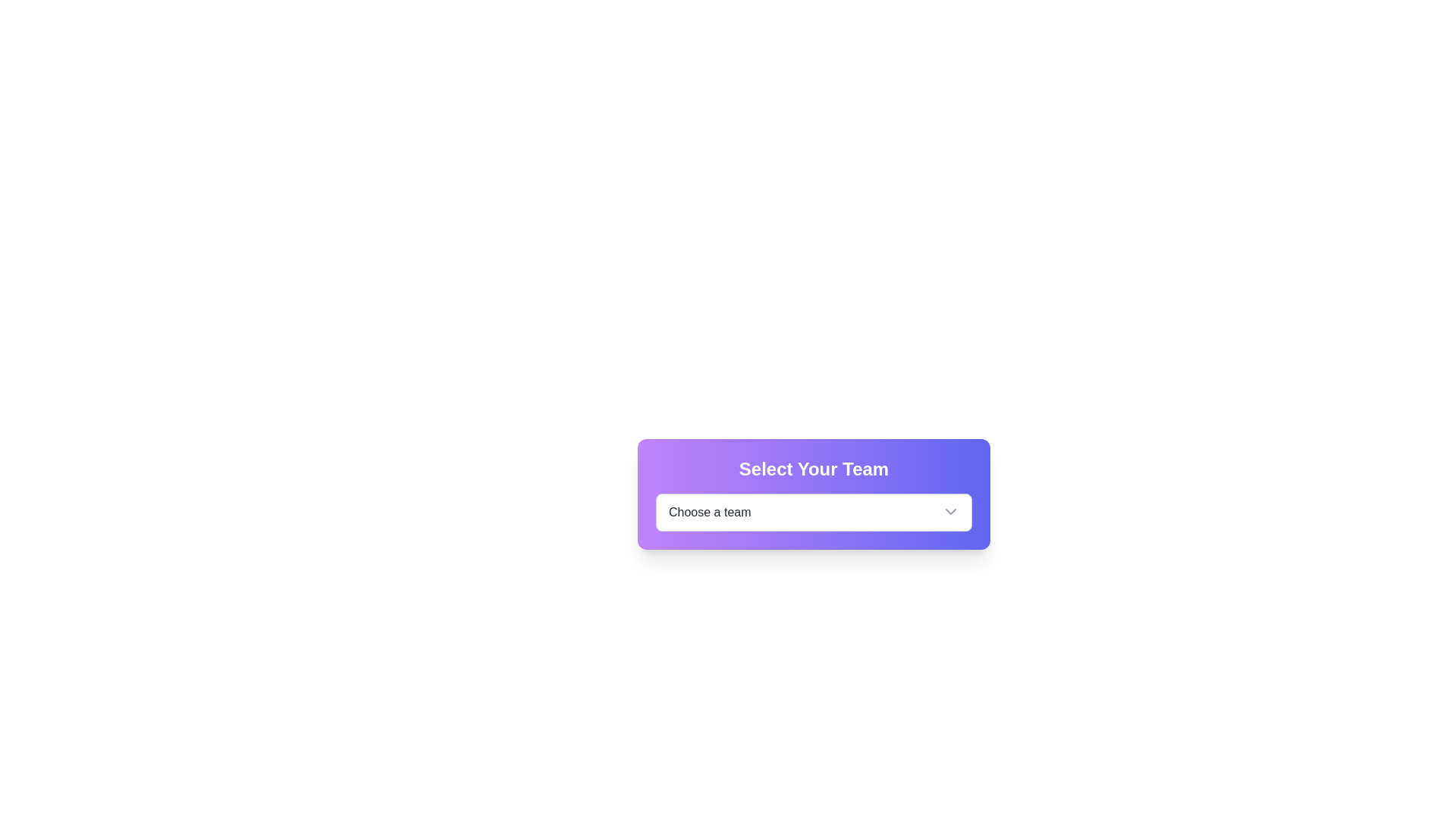 The width and height of the screenshot is (1456, 819). I want to click on the downward-facing chevron icon, styled in gray, located at the rightmost part of the 'Choose a team' dropdown input field, so click(949, 512).